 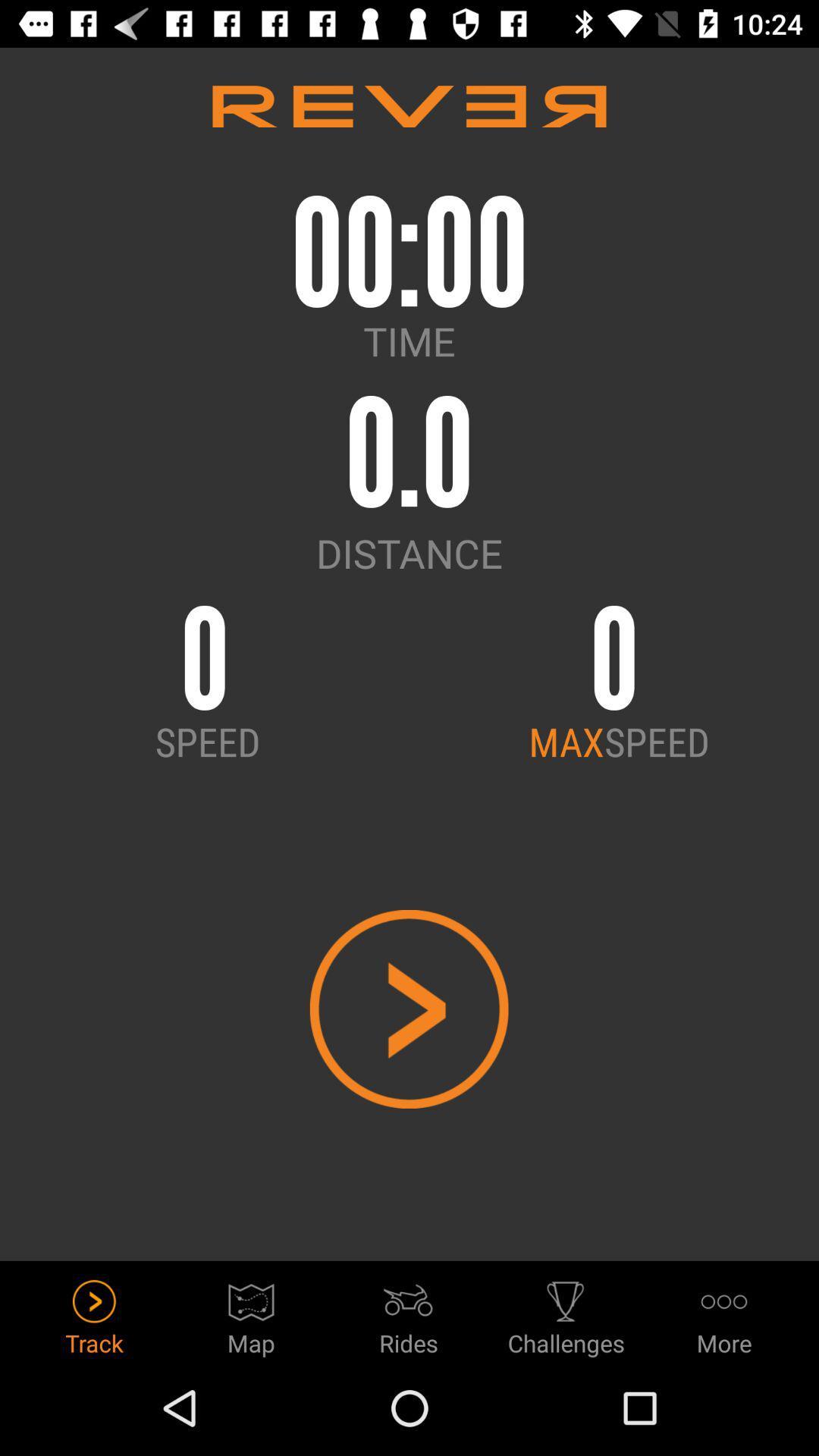 What do you see at coordinates (94, 1313) in the screenshot?
I see `item next to map icon` at bounding box center [94, 1313].